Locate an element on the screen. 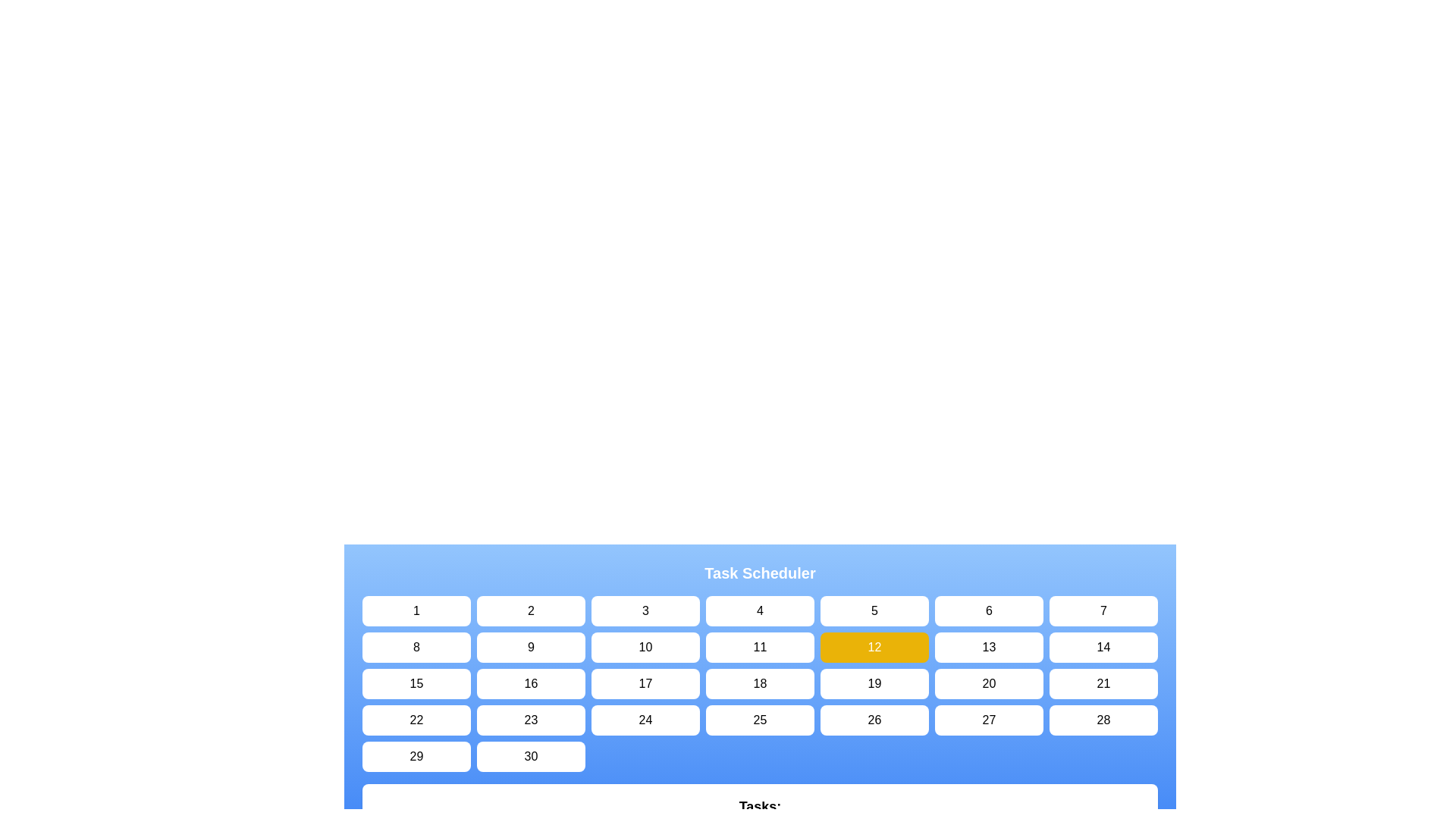 Image resolution: width=1456 pixels, height=819 pixels. the rectangular button with a white background and black text displaying '24' located in the fourth row and fourth column of the grid under the title 'Task Scheduler' is located at coordinates (645, 719).